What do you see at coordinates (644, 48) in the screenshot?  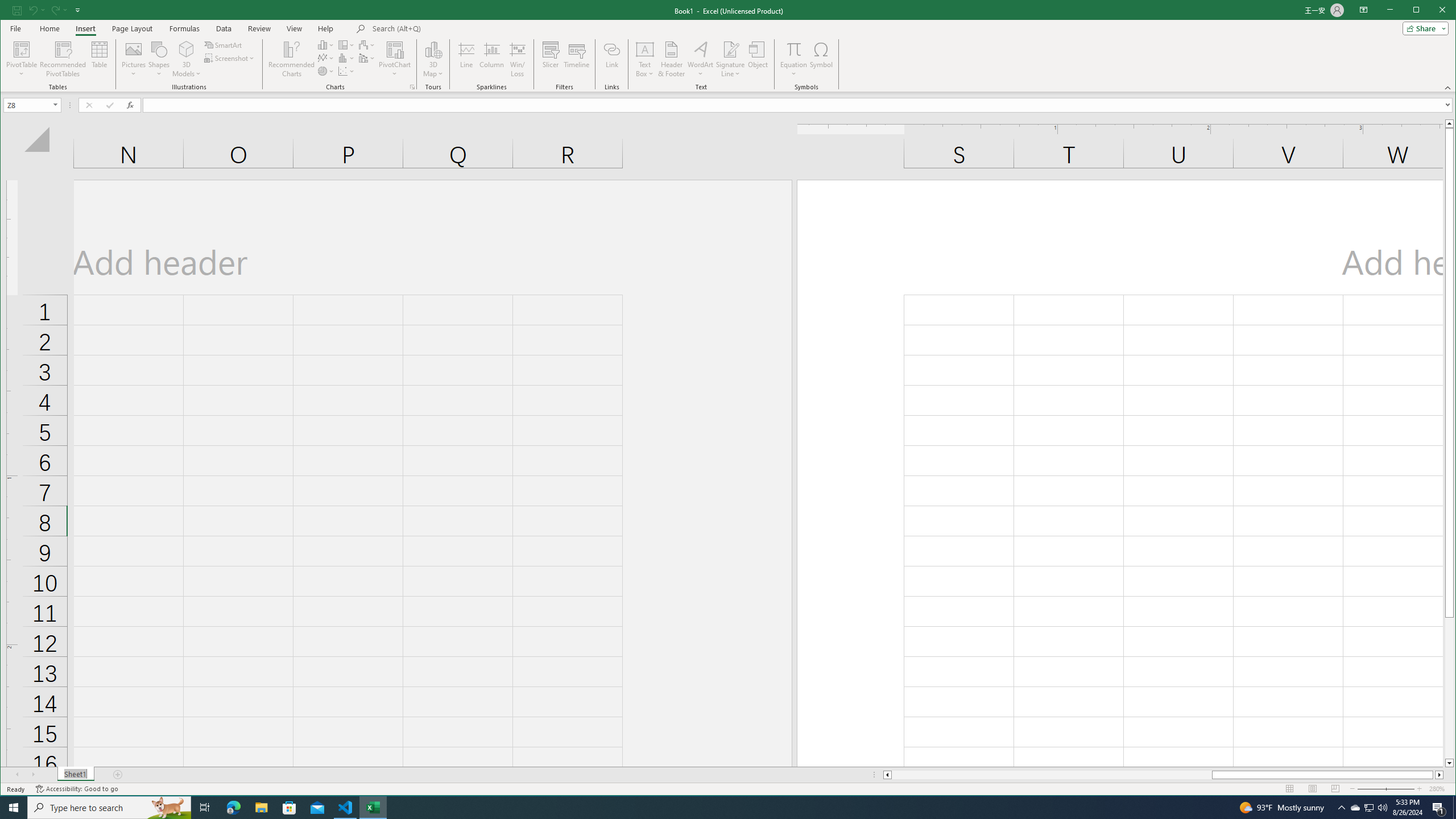 I see `'Draw Horizontal Text Box'` at bounding box center [644, 48].